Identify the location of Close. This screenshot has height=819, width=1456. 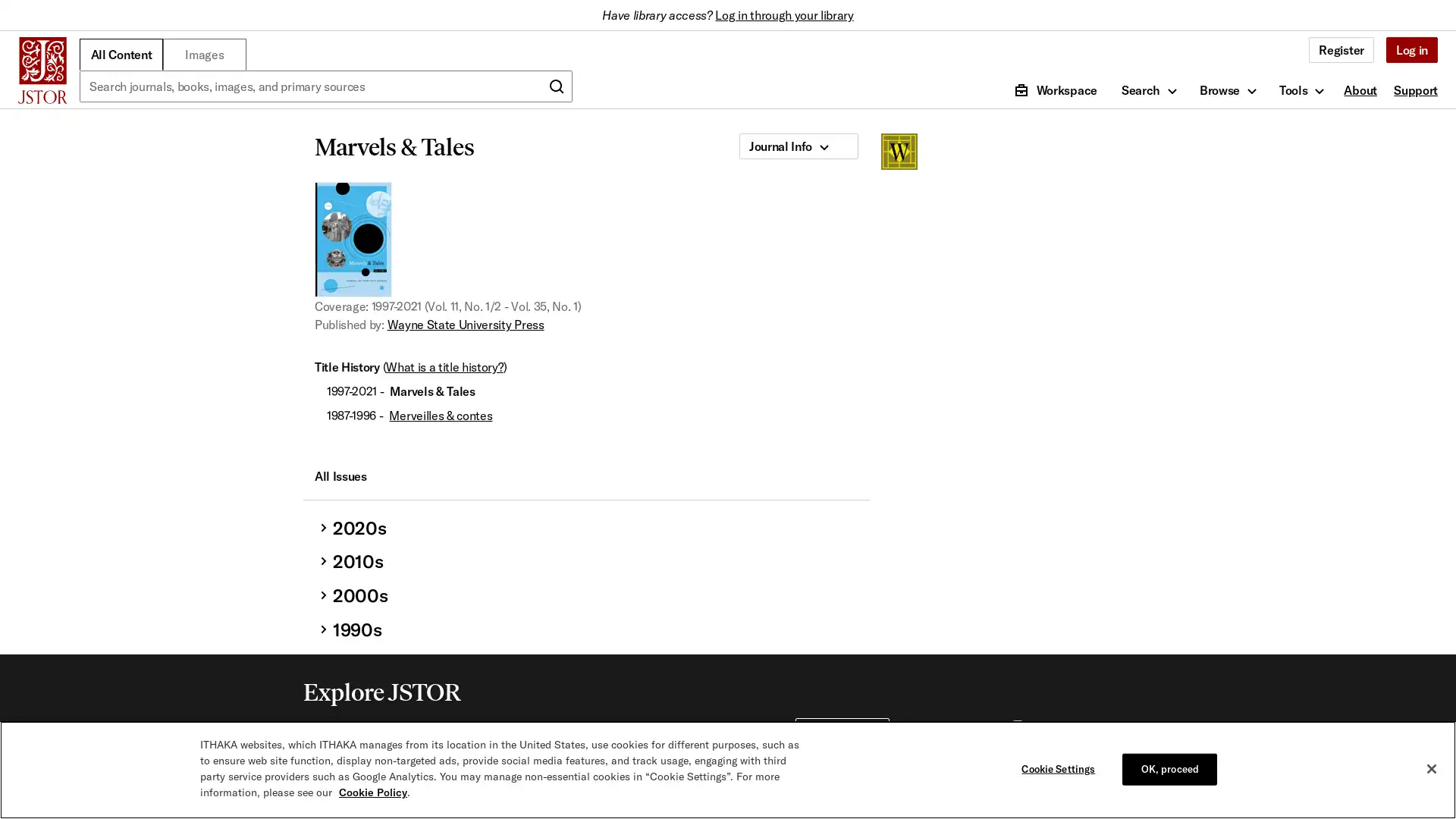
(1430, 769).